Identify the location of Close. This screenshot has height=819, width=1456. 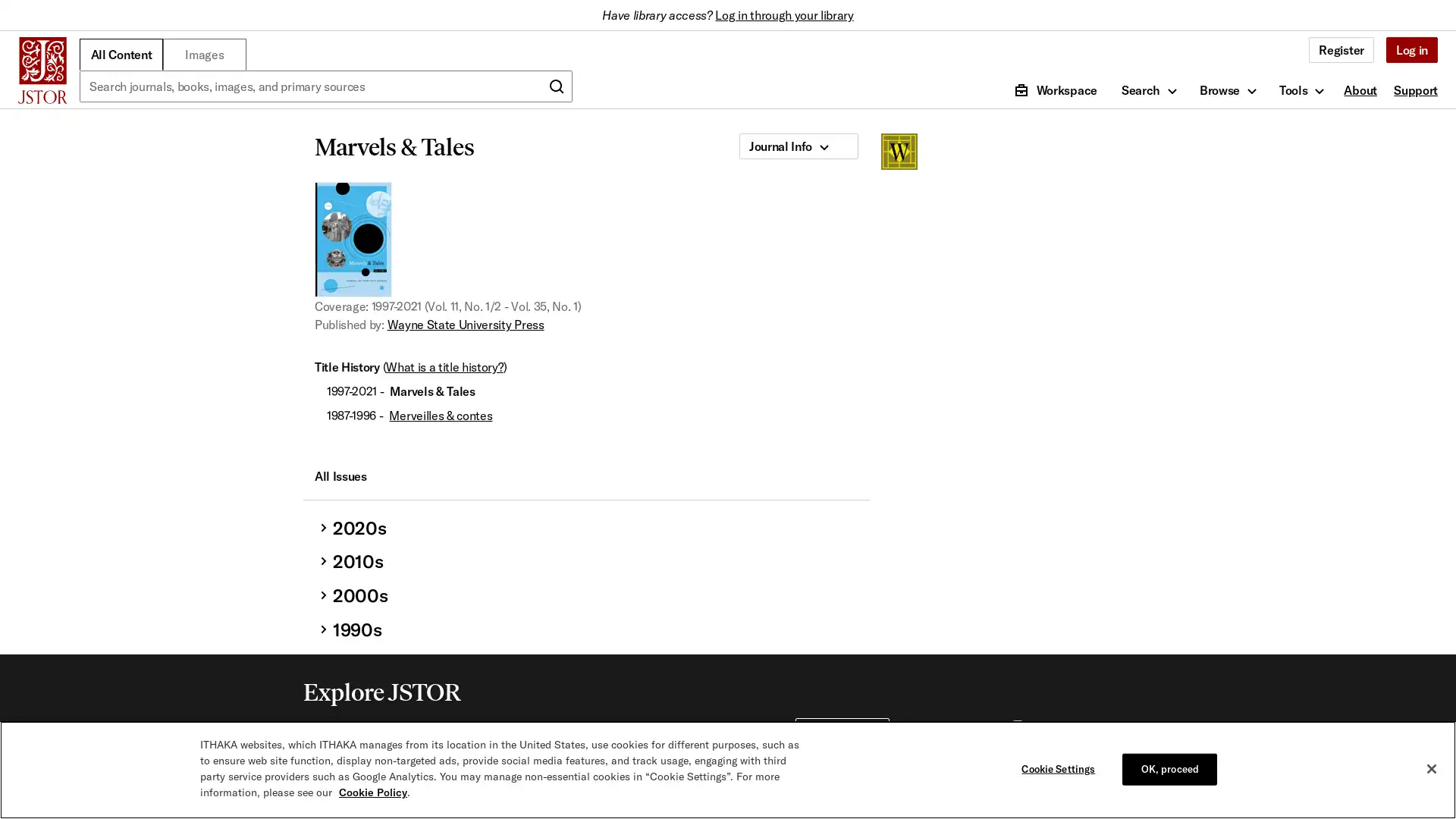
(1430, 769).